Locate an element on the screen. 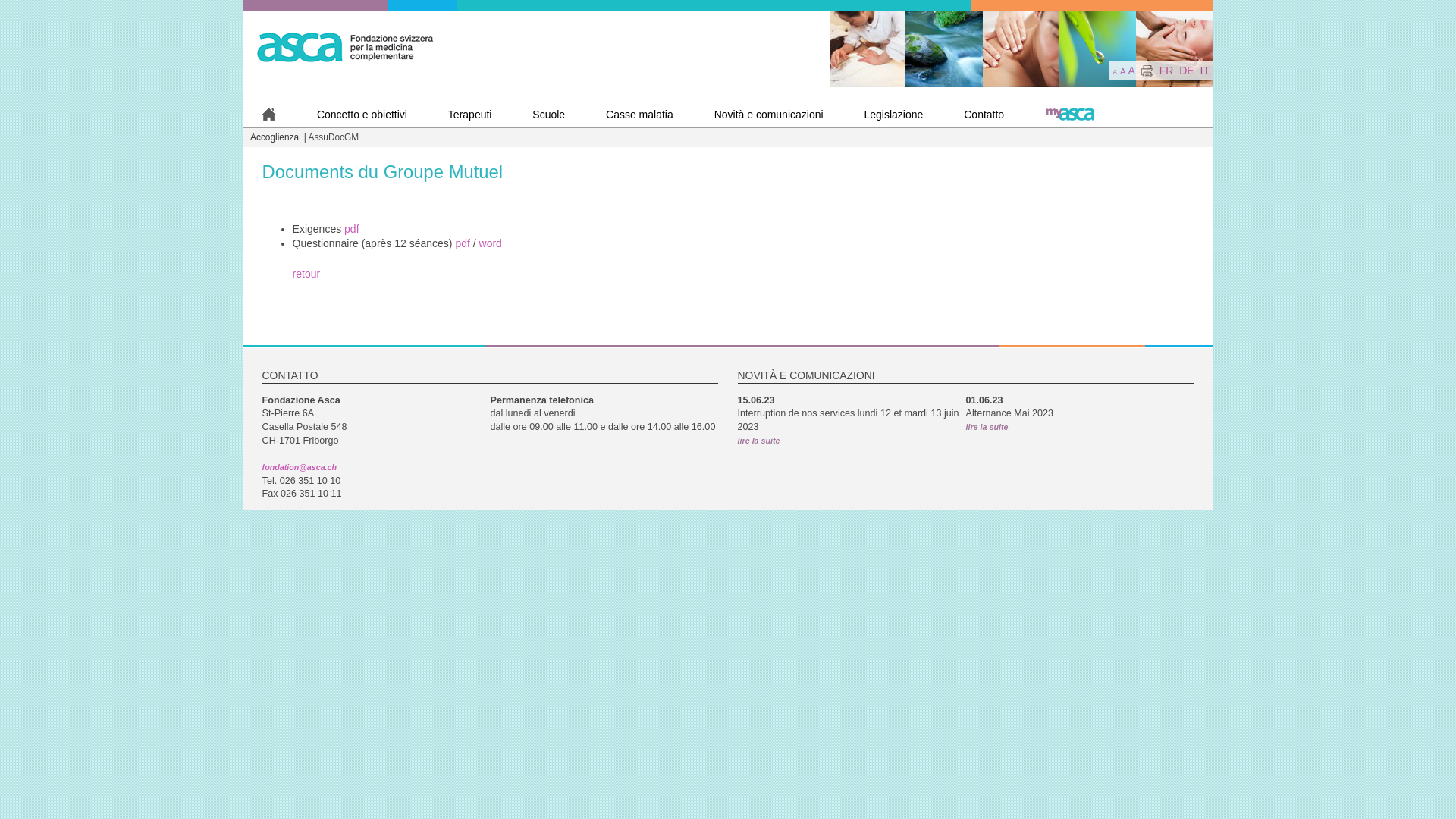 The height and width of the screenshot is (819, 1456). 'Casse malatia' is located at coordinates (585, 114).